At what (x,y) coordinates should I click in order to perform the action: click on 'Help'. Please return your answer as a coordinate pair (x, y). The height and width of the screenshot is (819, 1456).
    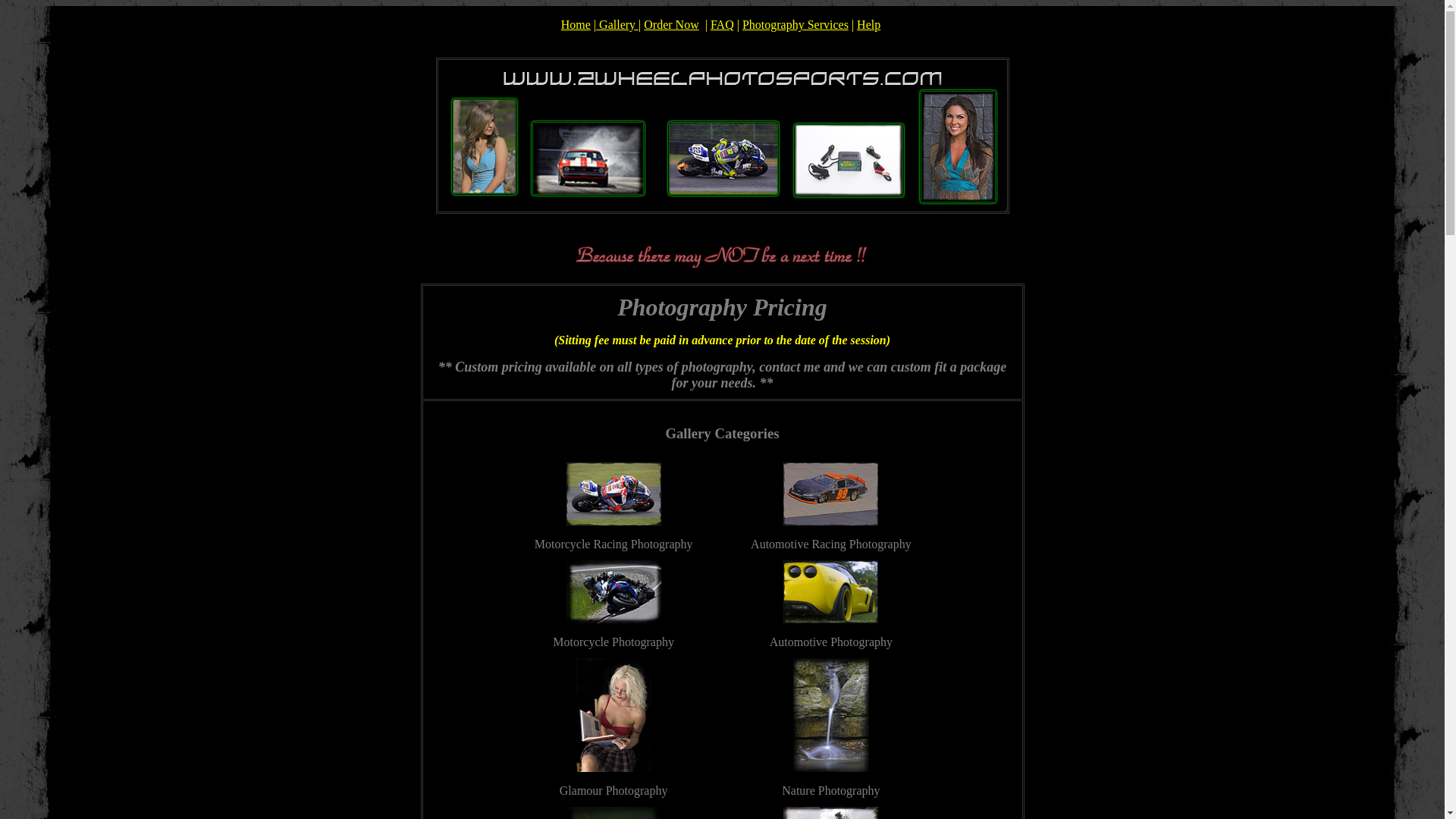
    Looking at the image, I should click on (868, 24).